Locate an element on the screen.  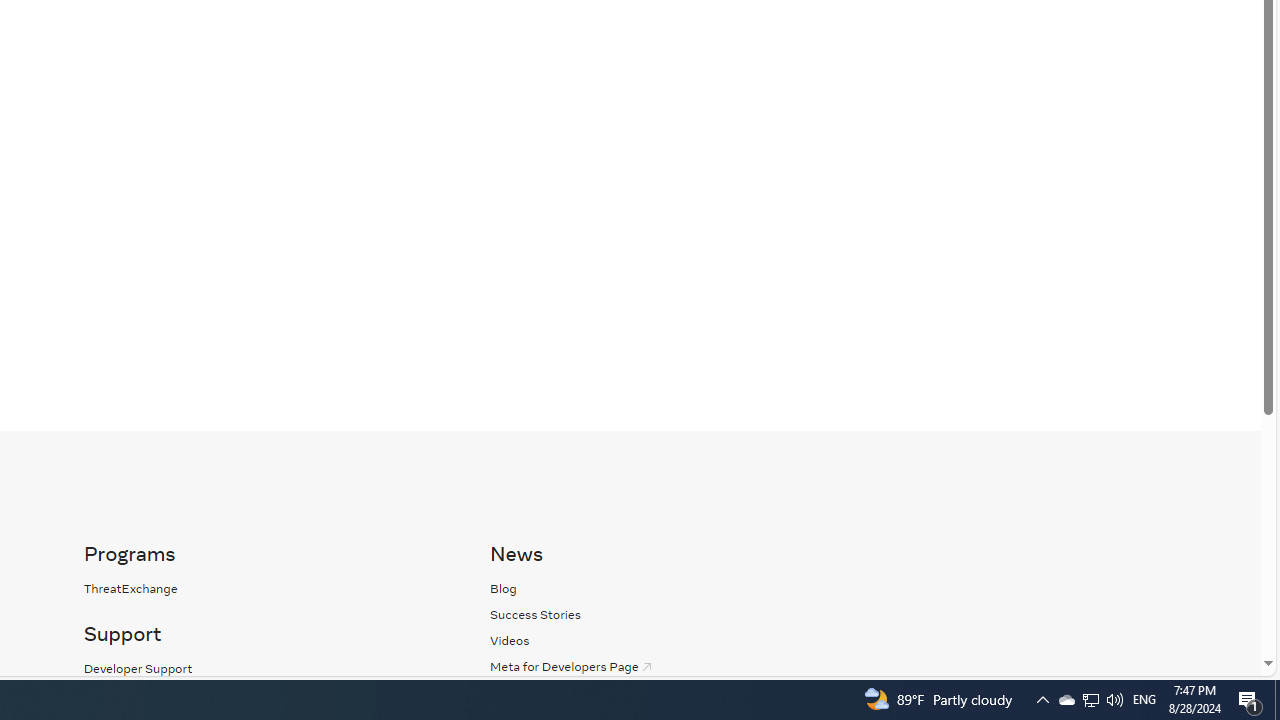
'Developer Support' is located at coordinates (137, 668).